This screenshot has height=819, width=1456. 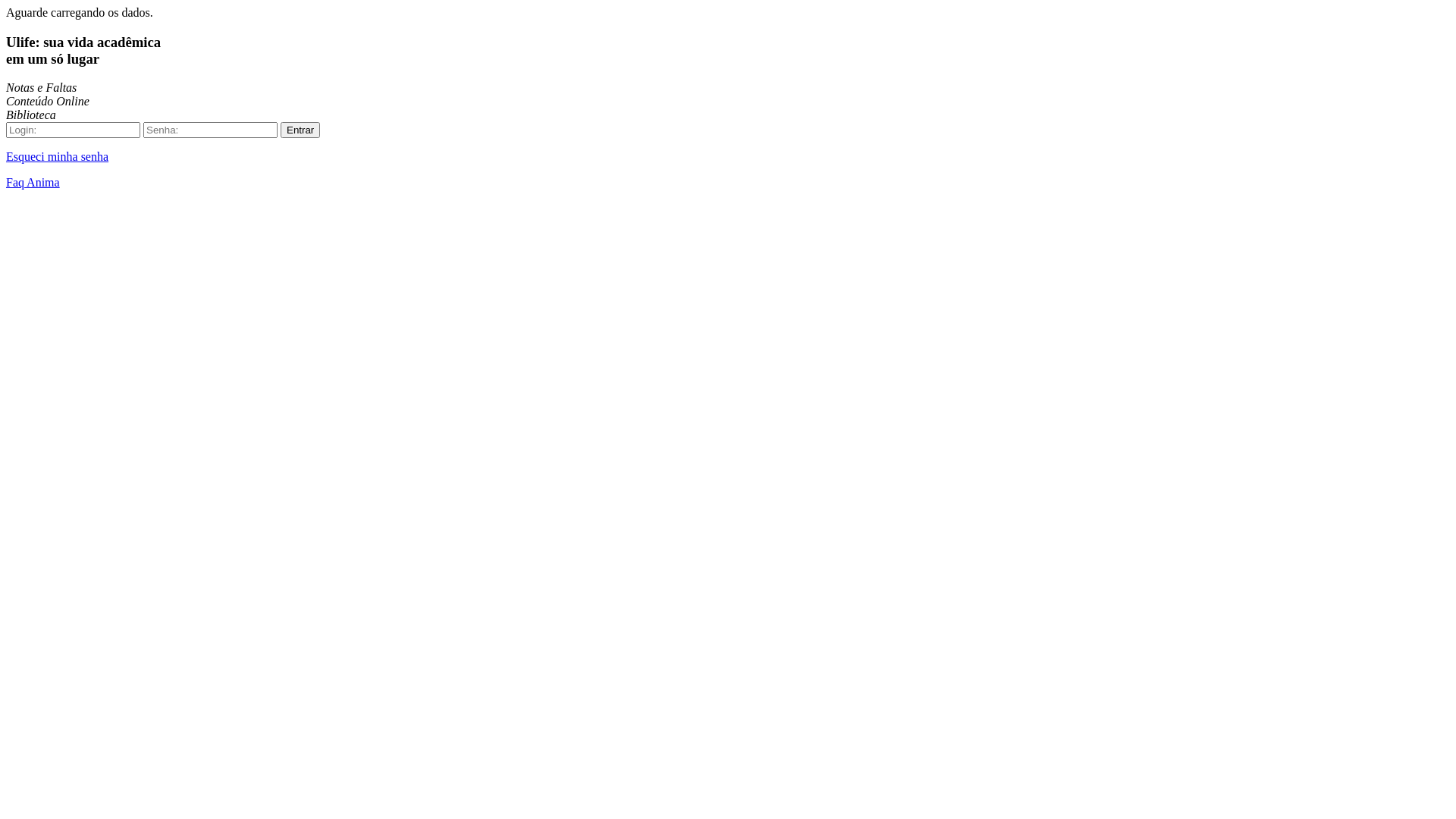 I want to click on 'Esqueci minha senha', so click(x=57, y=156).